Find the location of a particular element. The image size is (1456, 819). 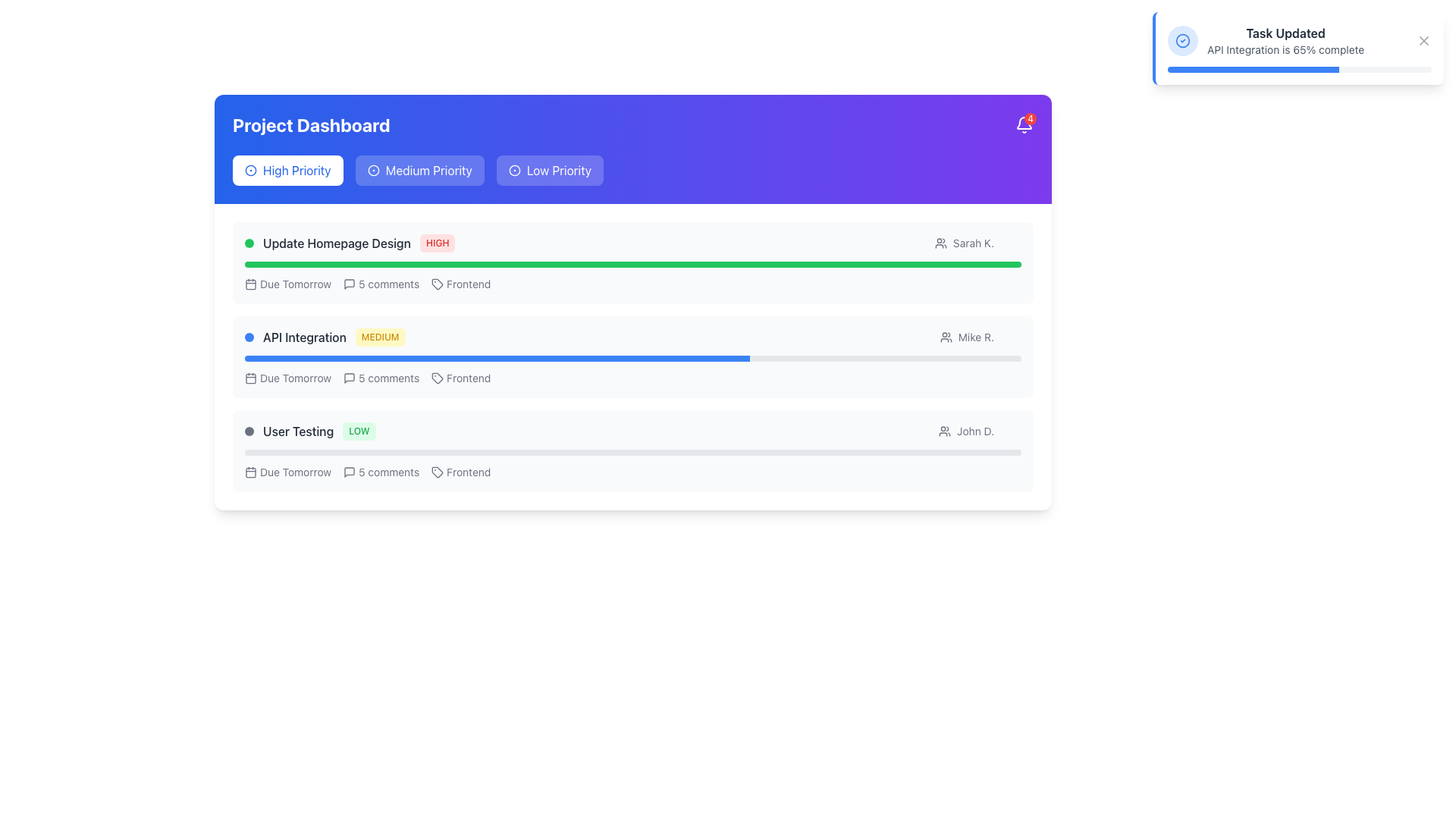

the blue indicator dot of the task titled 'API Integration' is located at coordinates (324, 336).